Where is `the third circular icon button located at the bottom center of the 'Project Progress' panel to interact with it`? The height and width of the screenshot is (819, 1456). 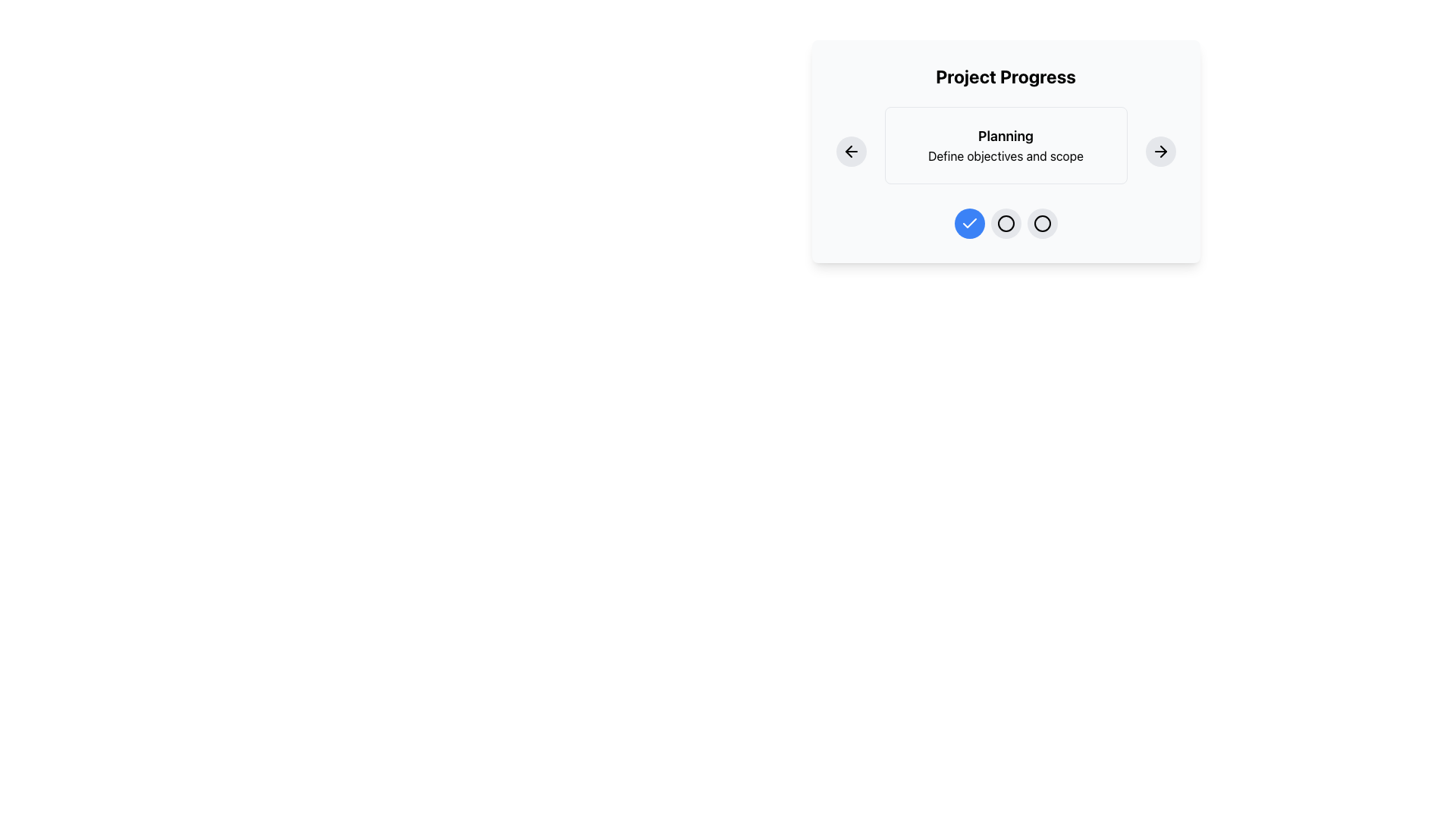
the third circular icon button located at the bottom center of the 'Project Progress' panel to interact with it is located at coordinates (1041, 223).